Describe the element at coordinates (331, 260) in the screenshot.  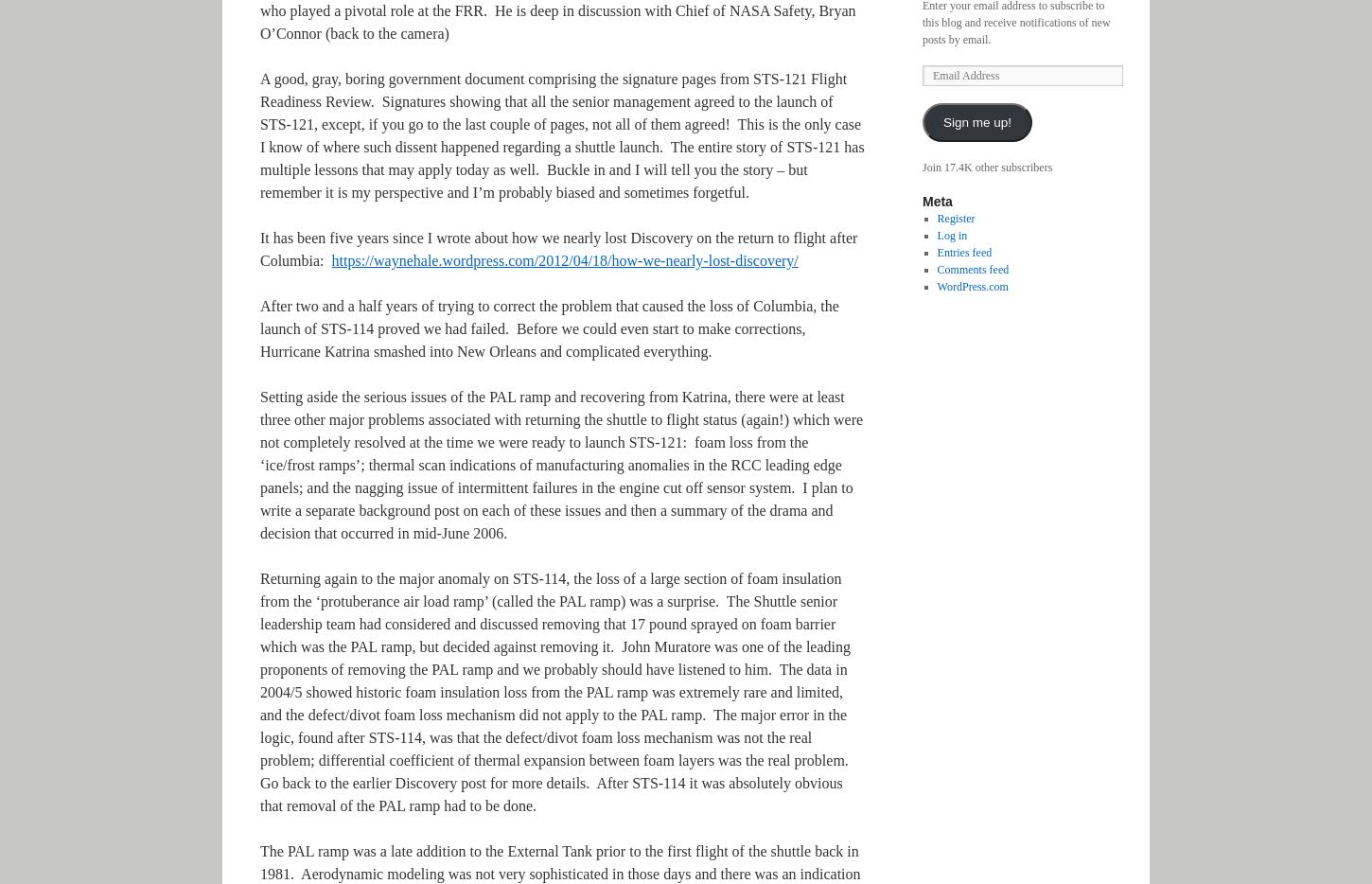
I see `'https://waynehale.wordpress.com/2012/04/18/how-we-nearly-lost-discovery/'` at that location.